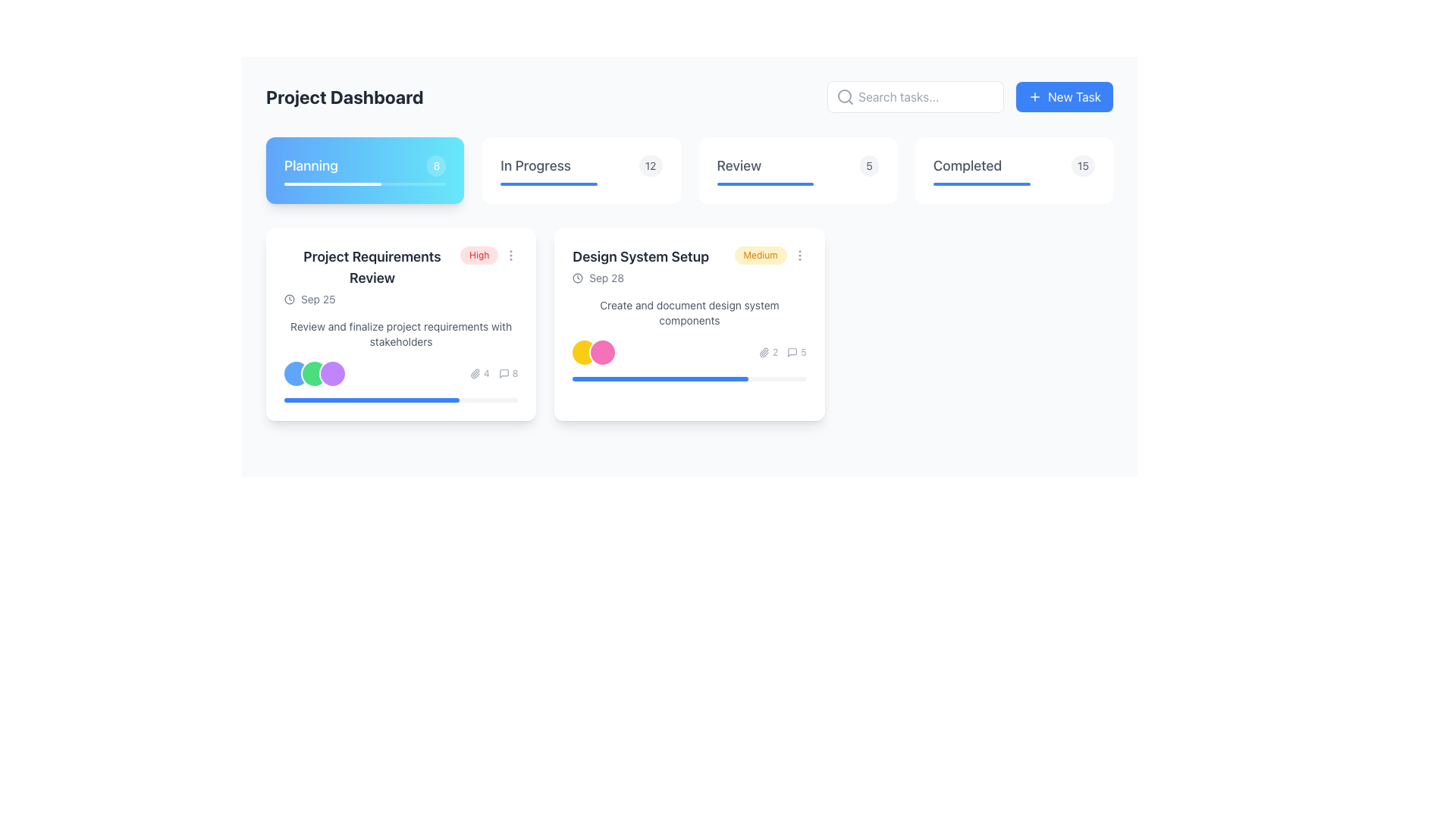 This screenshot has width=1456, height=819. What do you see at coordinates (689, 378) in the screenshot?
I see `the progress state of the progress bar located in the 'Design System Setup' card, which has a light gray background and a blue section indicating 75% completion` at bounding box center [689, 378].